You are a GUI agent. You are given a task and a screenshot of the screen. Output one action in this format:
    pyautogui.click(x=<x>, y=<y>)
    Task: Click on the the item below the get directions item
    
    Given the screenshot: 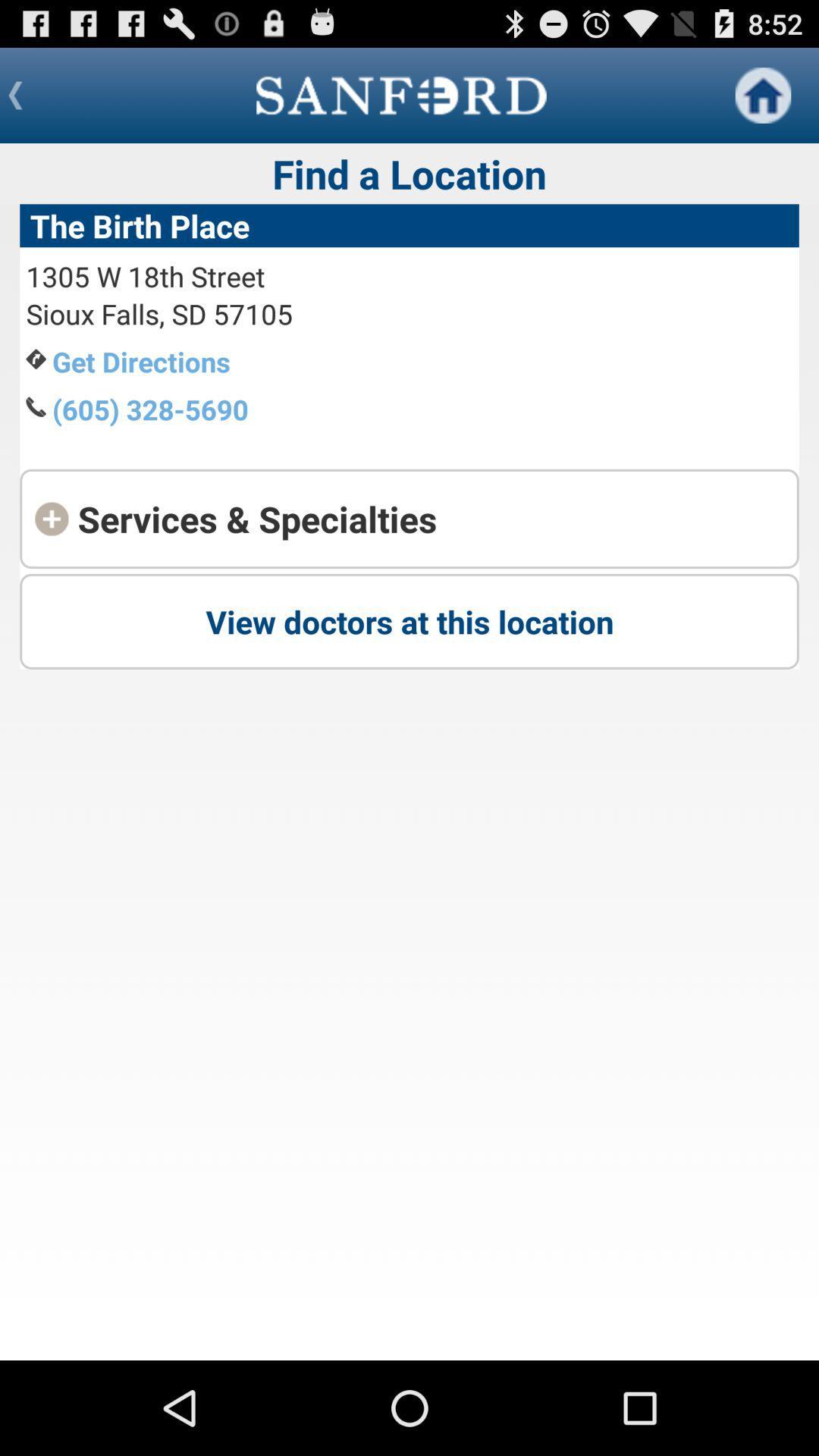 What is the action you would take?
    pyautogui.click(x=150, y=409)
    